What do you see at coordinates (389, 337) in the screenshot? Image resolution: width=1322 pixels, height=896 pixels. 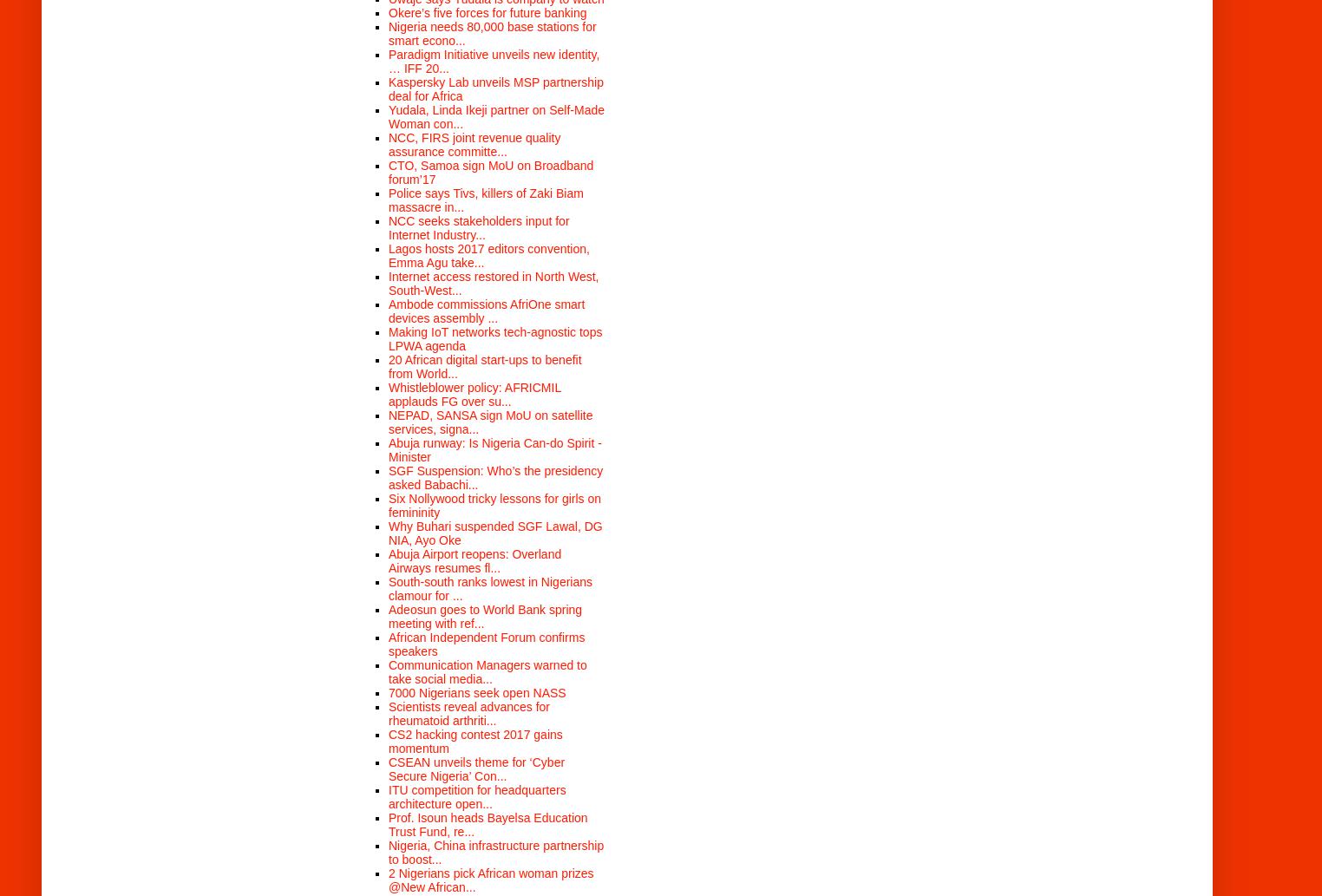 I see `'Making IoT networks tech-agnostic tops LPWA agenda'` at bounding box center [389, 337].